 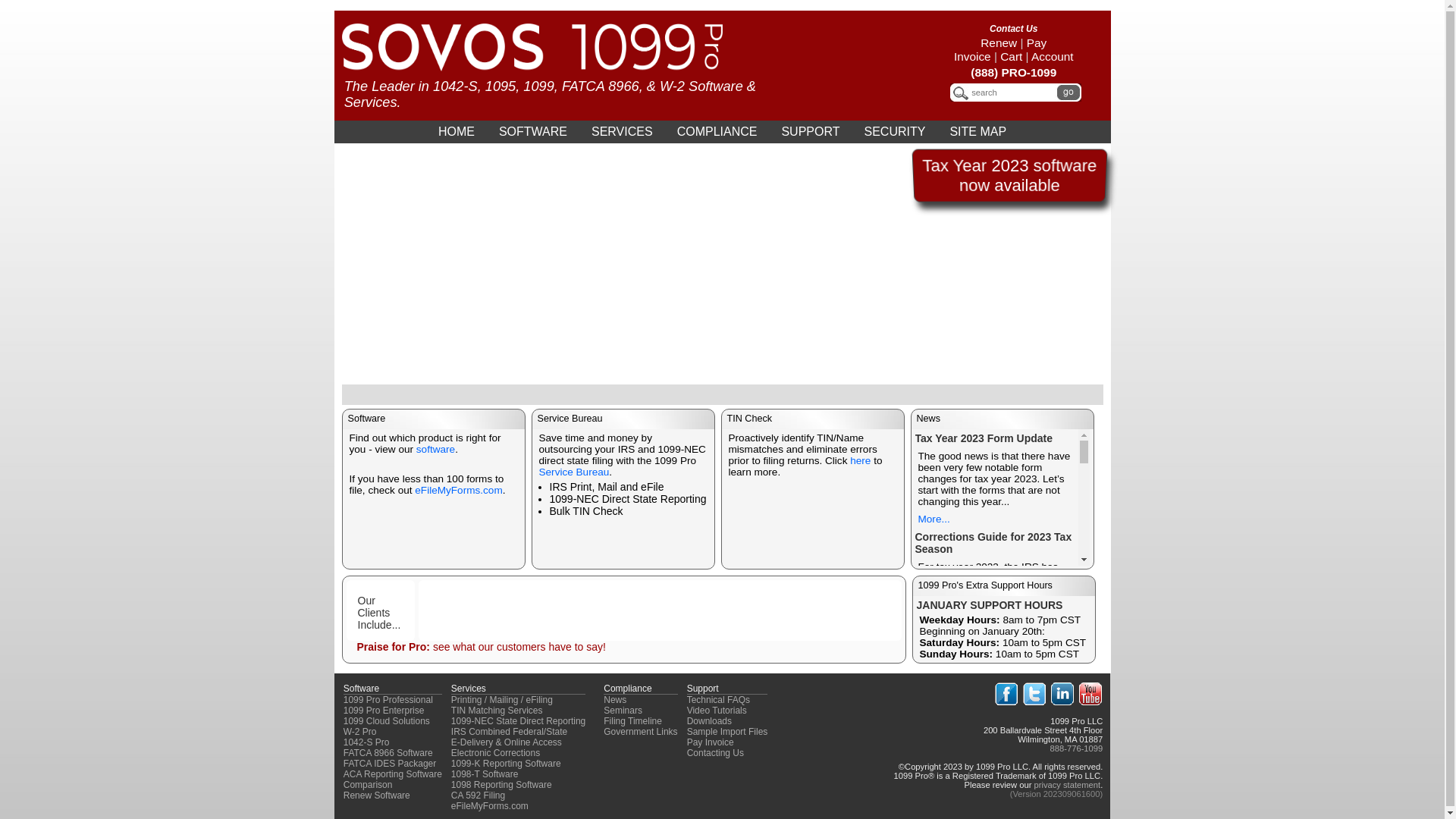 I want to click on 'software', so click(x=435, y=448).